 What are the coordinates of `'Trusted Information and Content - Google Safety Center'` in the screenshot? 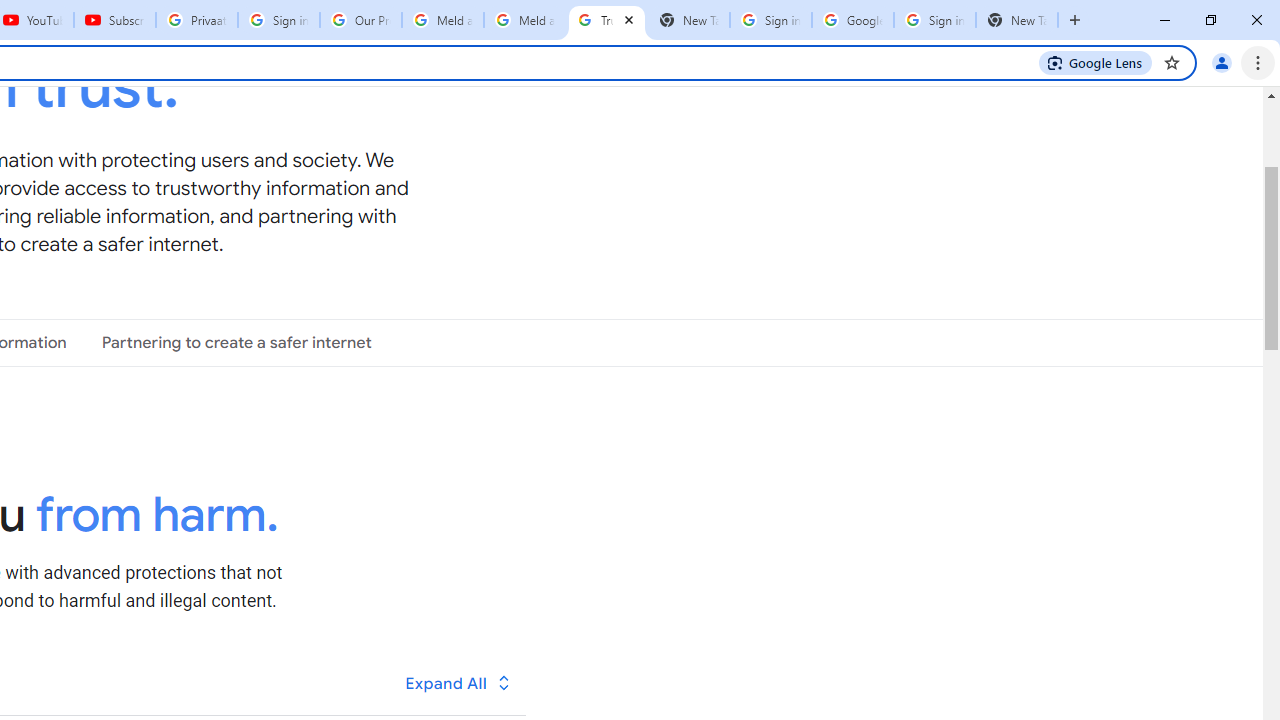 It's located at (605, 20).